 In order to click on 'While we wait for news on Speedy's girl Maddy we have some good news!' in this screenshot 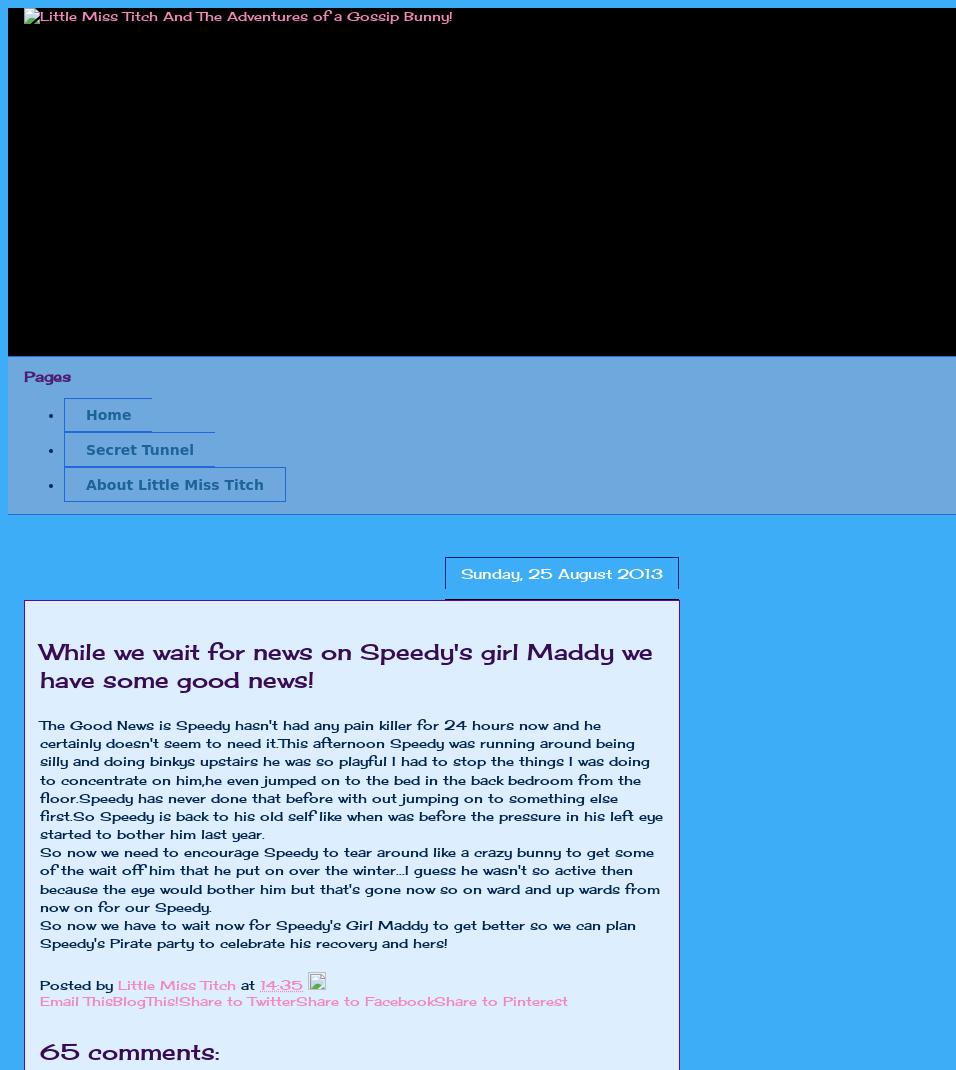, I will do `click(38, 664)`.